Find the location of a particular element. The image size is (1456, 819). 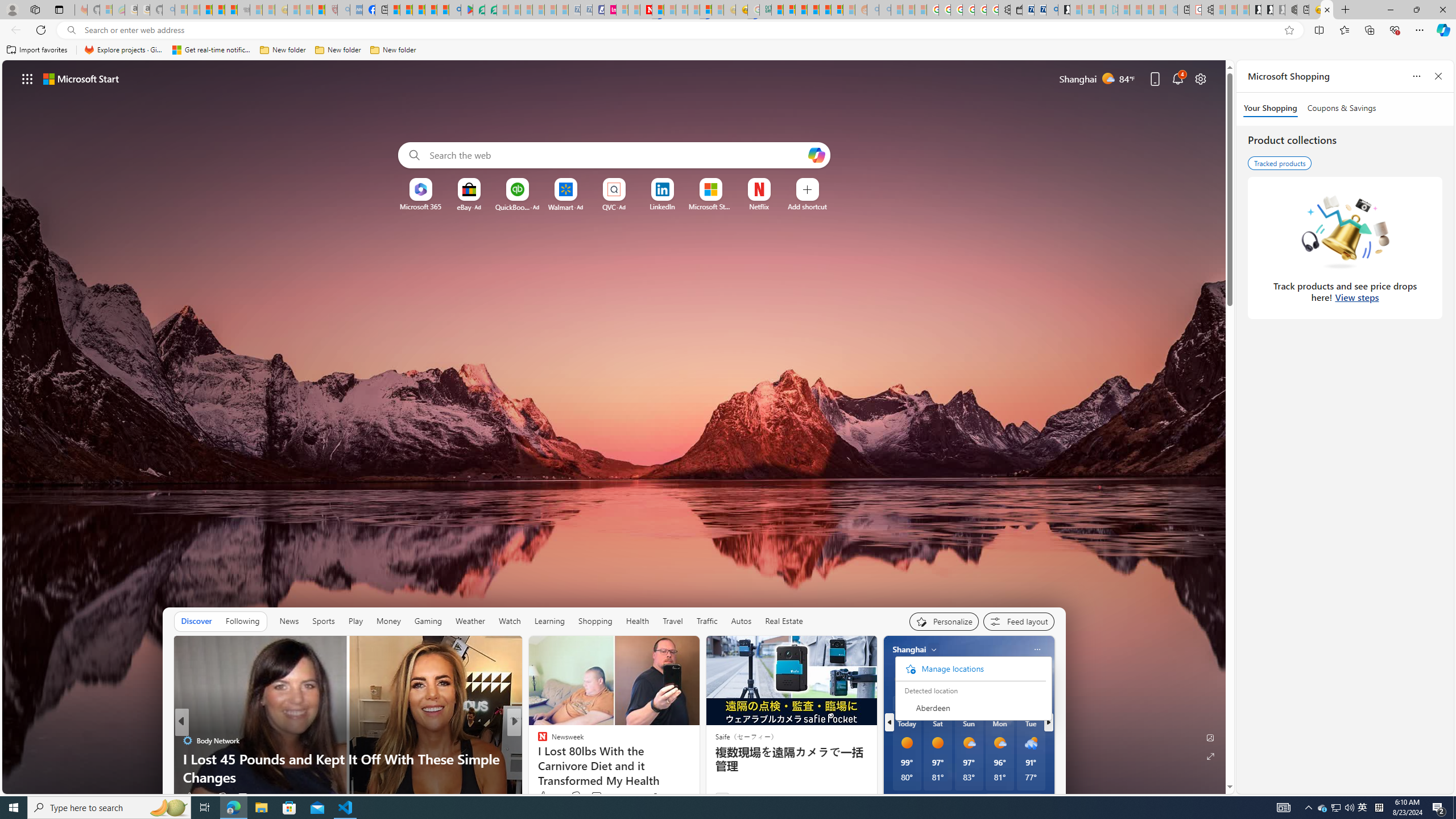

'Class: footer-menu' is located at coordinates (970, 668).